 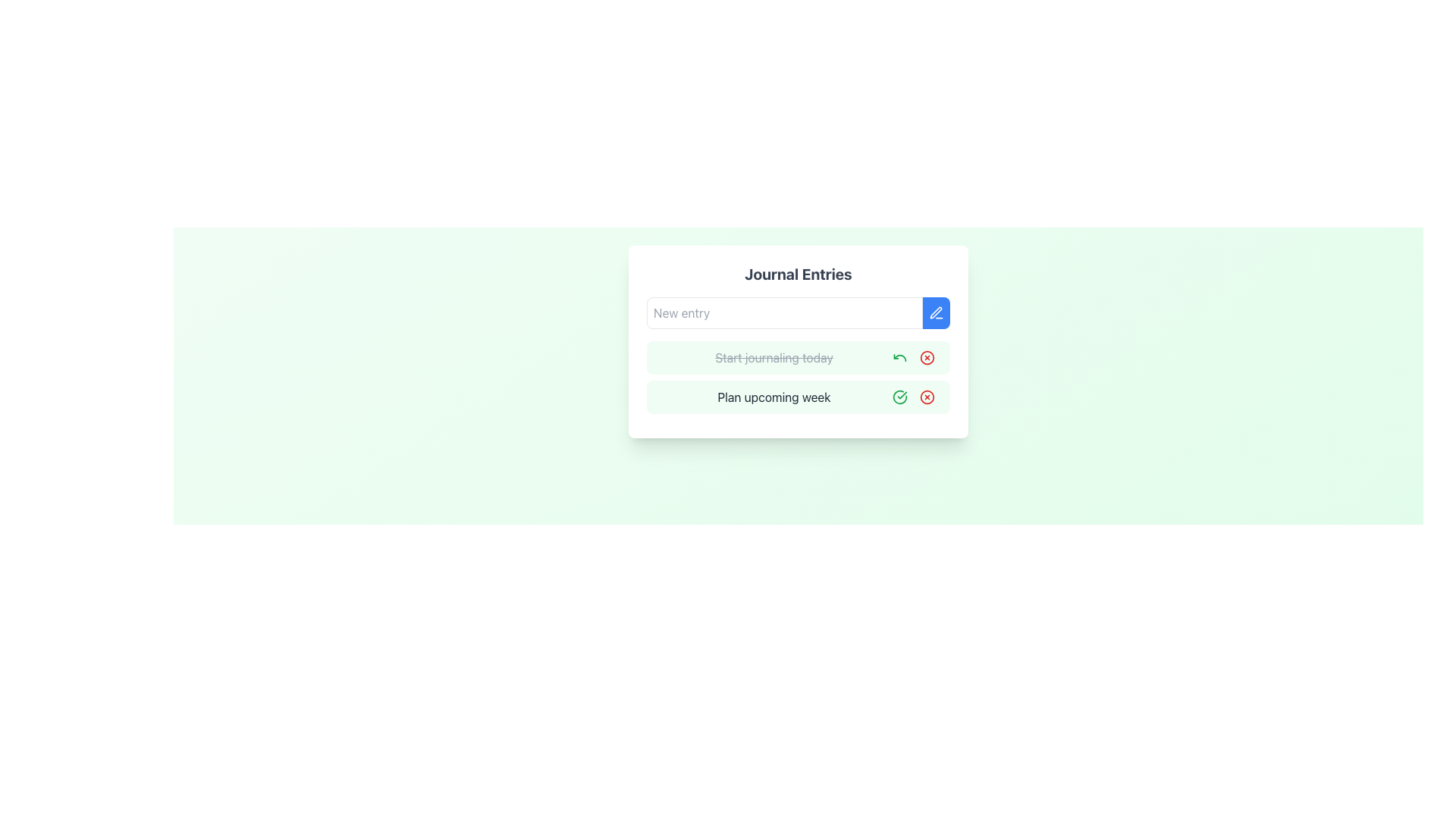 What do you see at coordinates (899, 397) in the screenshot?
I see `the green circular icon with a checkmark located to the right of the 'Plan upcoming week' task description to trigger a tooltip` at bounding box center [899, 397].